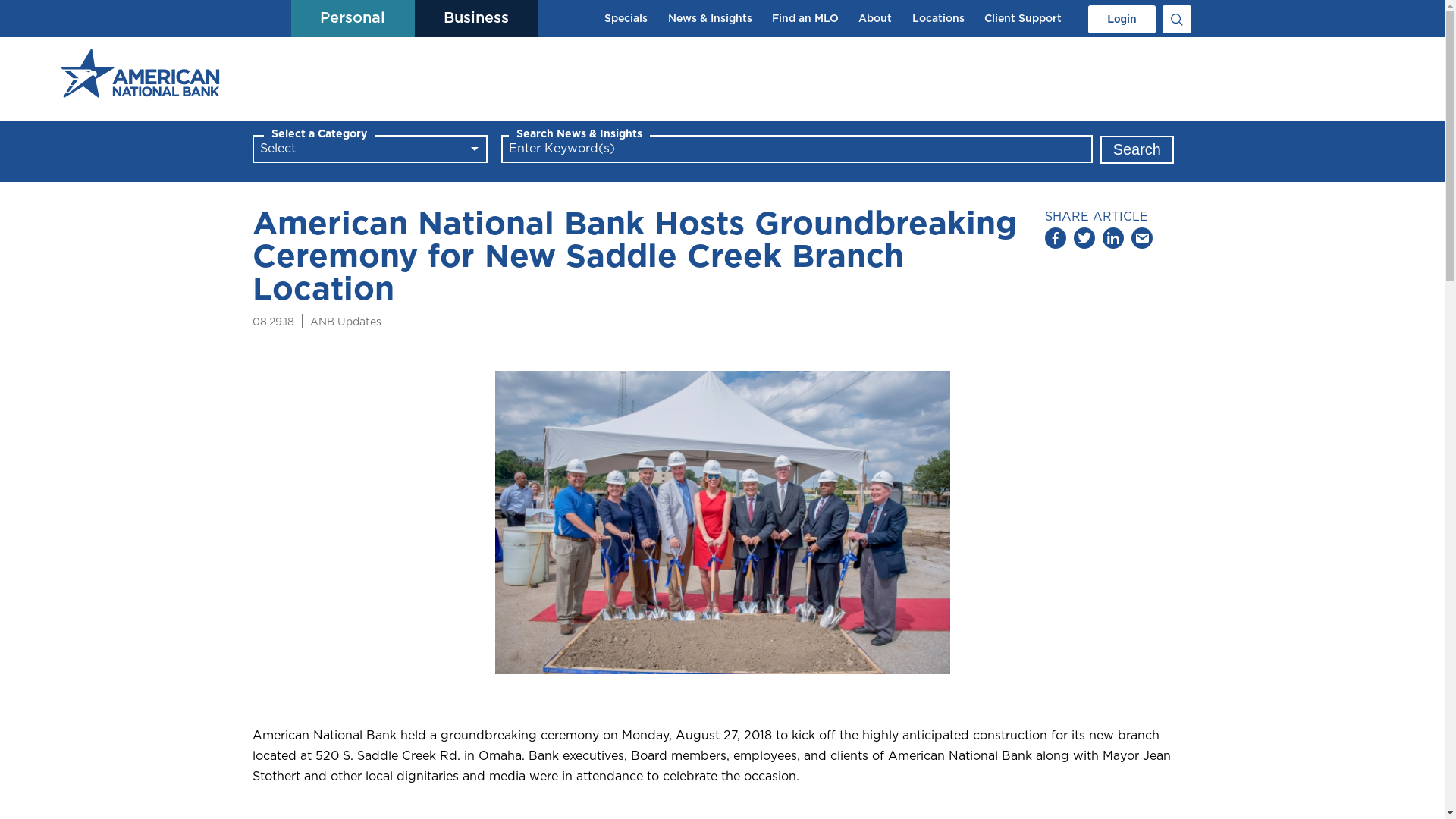  Describe the element at coordinates (709, 17) in the screenshot. I see `'News & Insights'` at that location.